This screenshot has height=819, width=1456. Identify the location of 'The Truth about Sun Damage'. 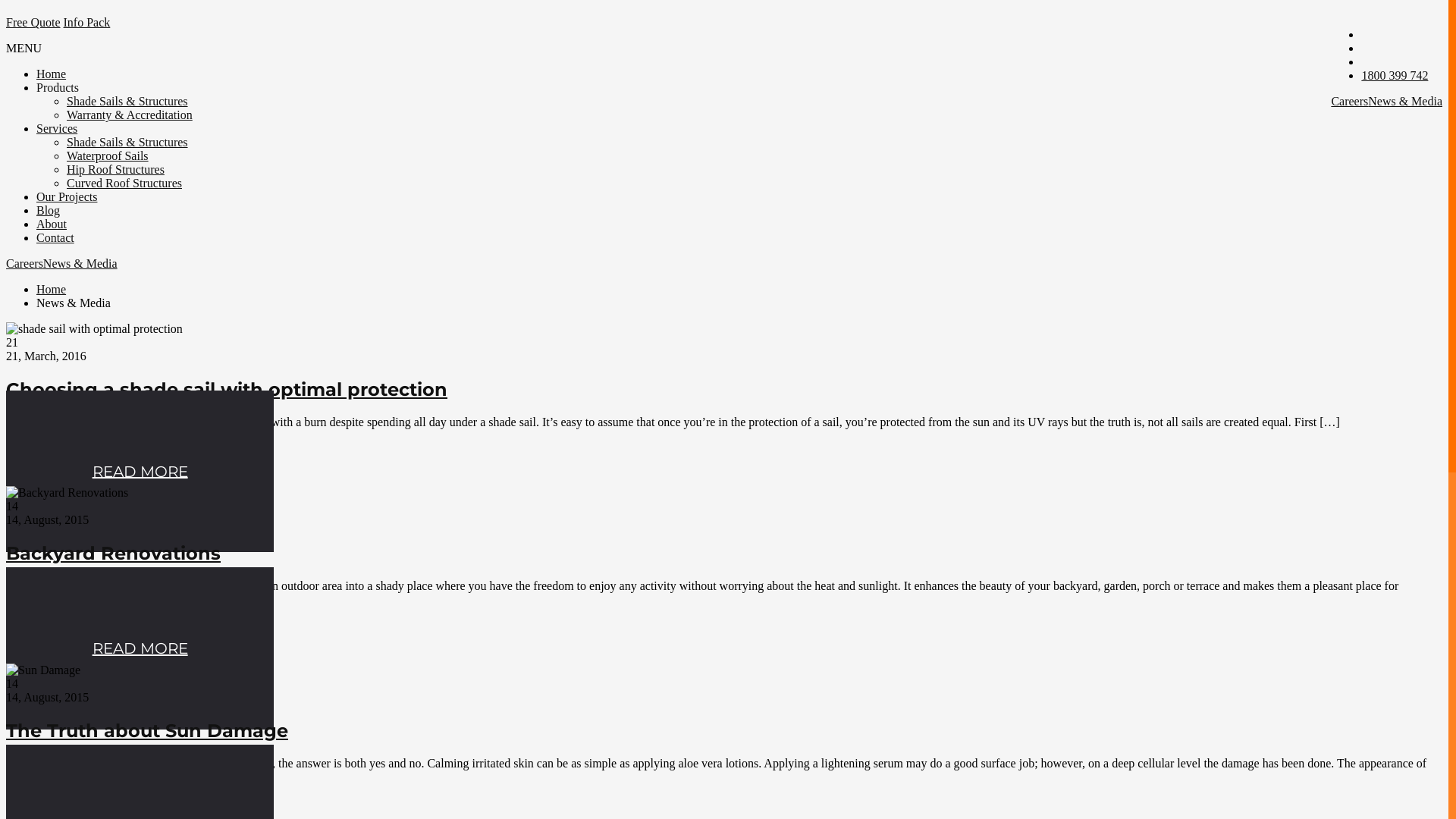
(146, 730).